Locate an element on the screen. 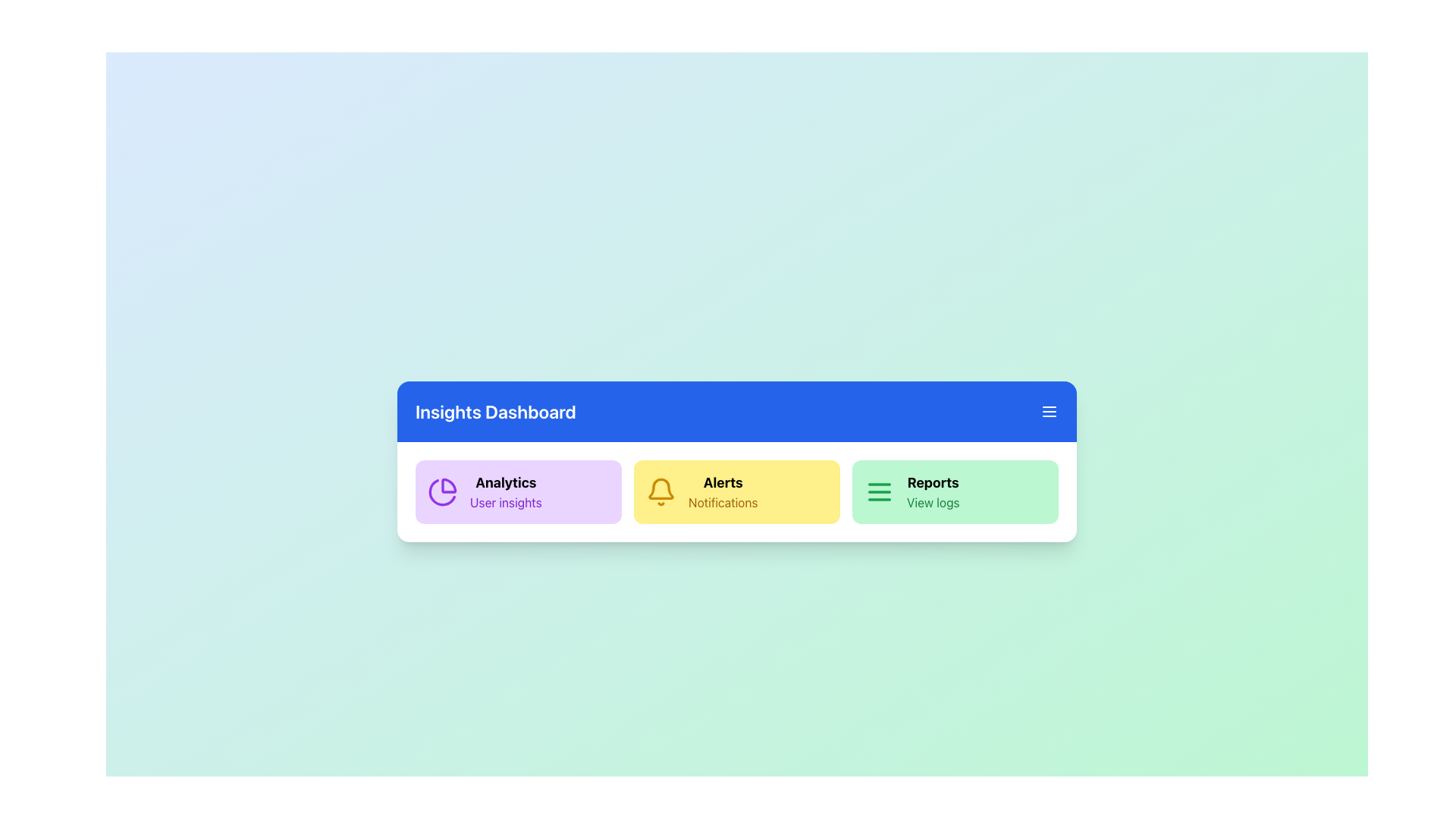 The width and height of the screenshot is (1456, 819). the 'Reports' menu icon located at the leftmost side of the 'Reports' section of the dashboard is located at coordinates (880, 491).